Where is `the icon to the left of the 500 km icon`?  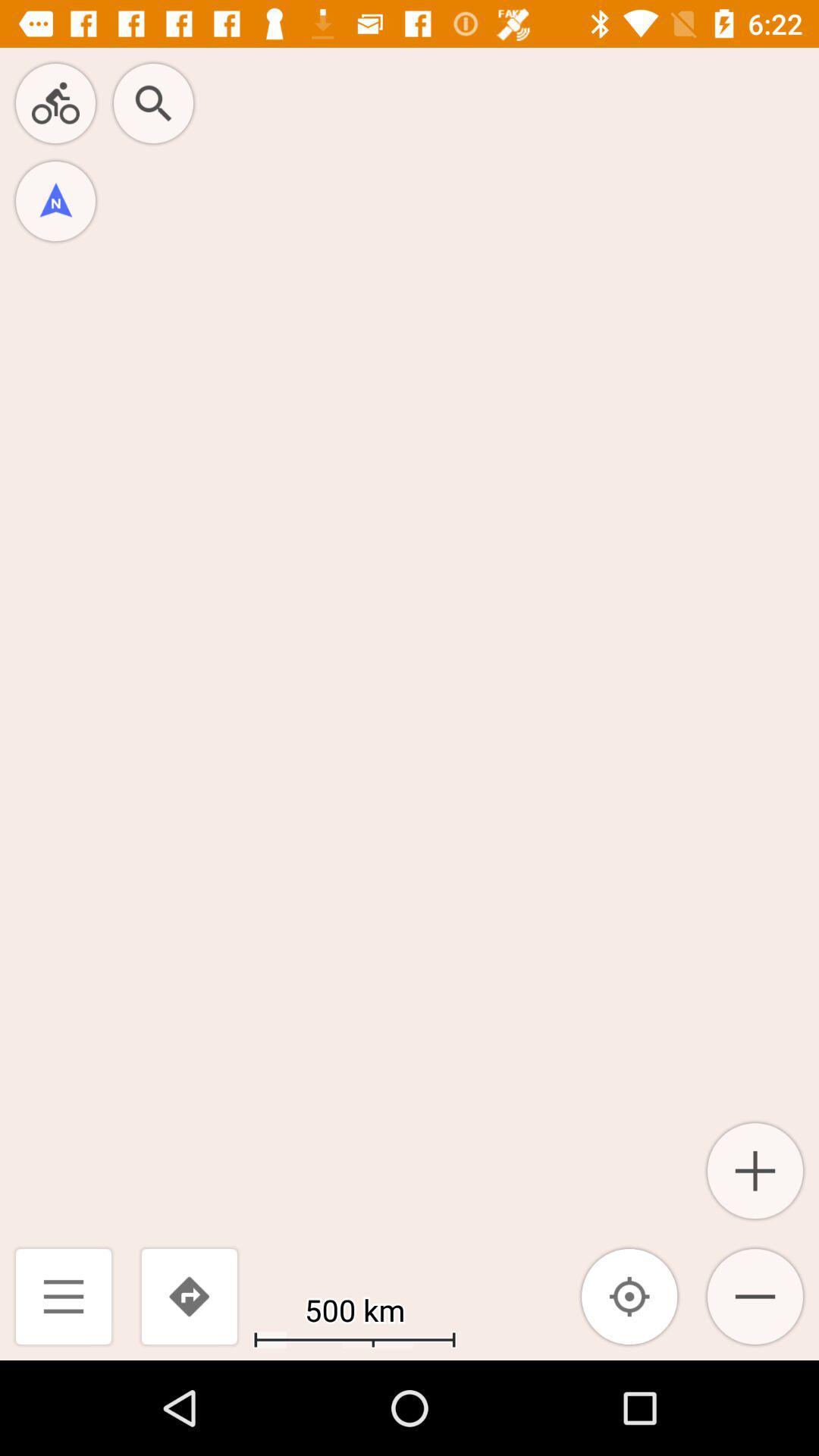 the icon to the left of the 500 km icon is located at coordinates (188, 1295).